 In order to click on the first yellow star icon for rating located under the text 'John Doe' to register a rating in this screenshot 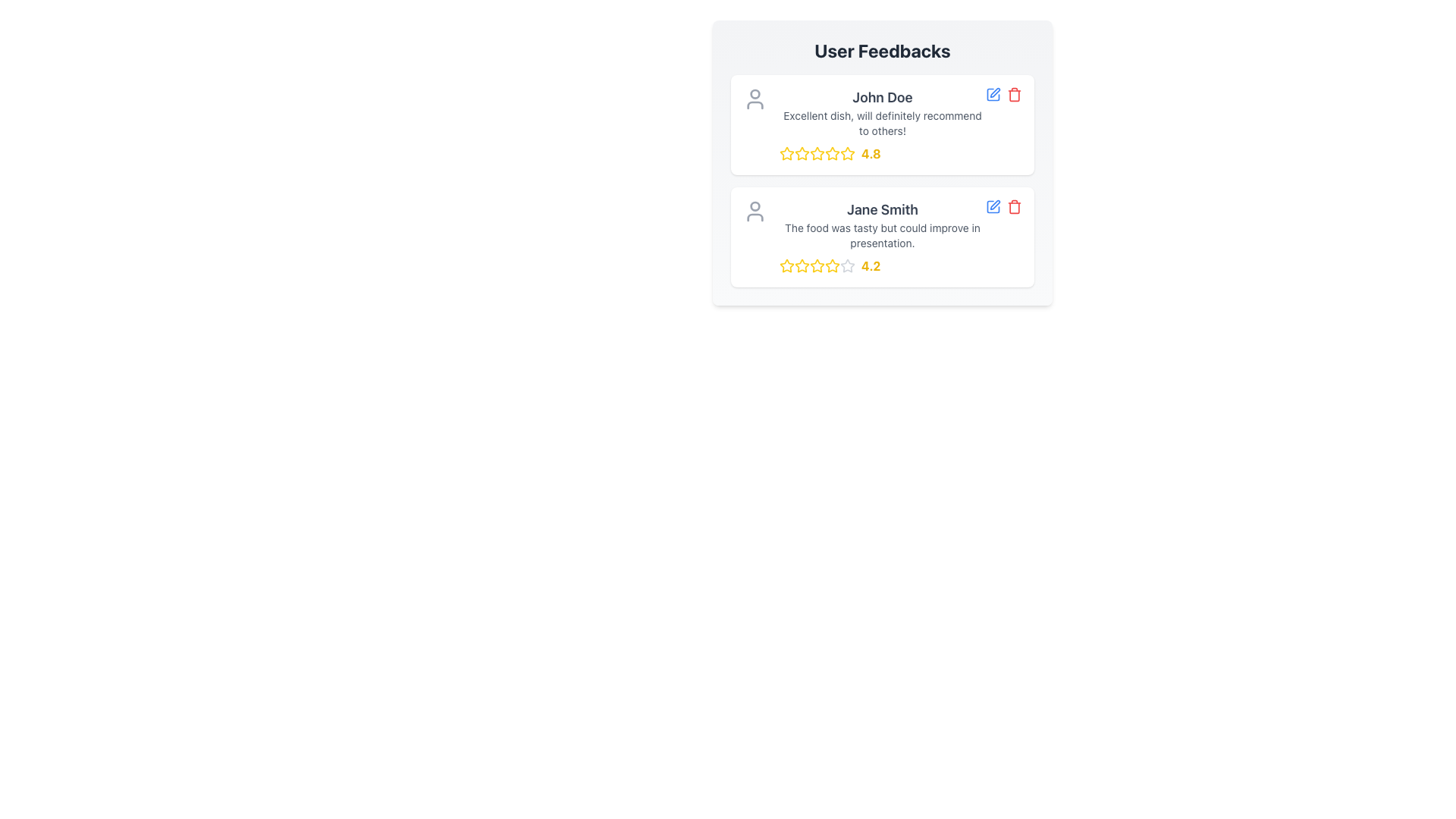, I will do `click(786, 154)`.